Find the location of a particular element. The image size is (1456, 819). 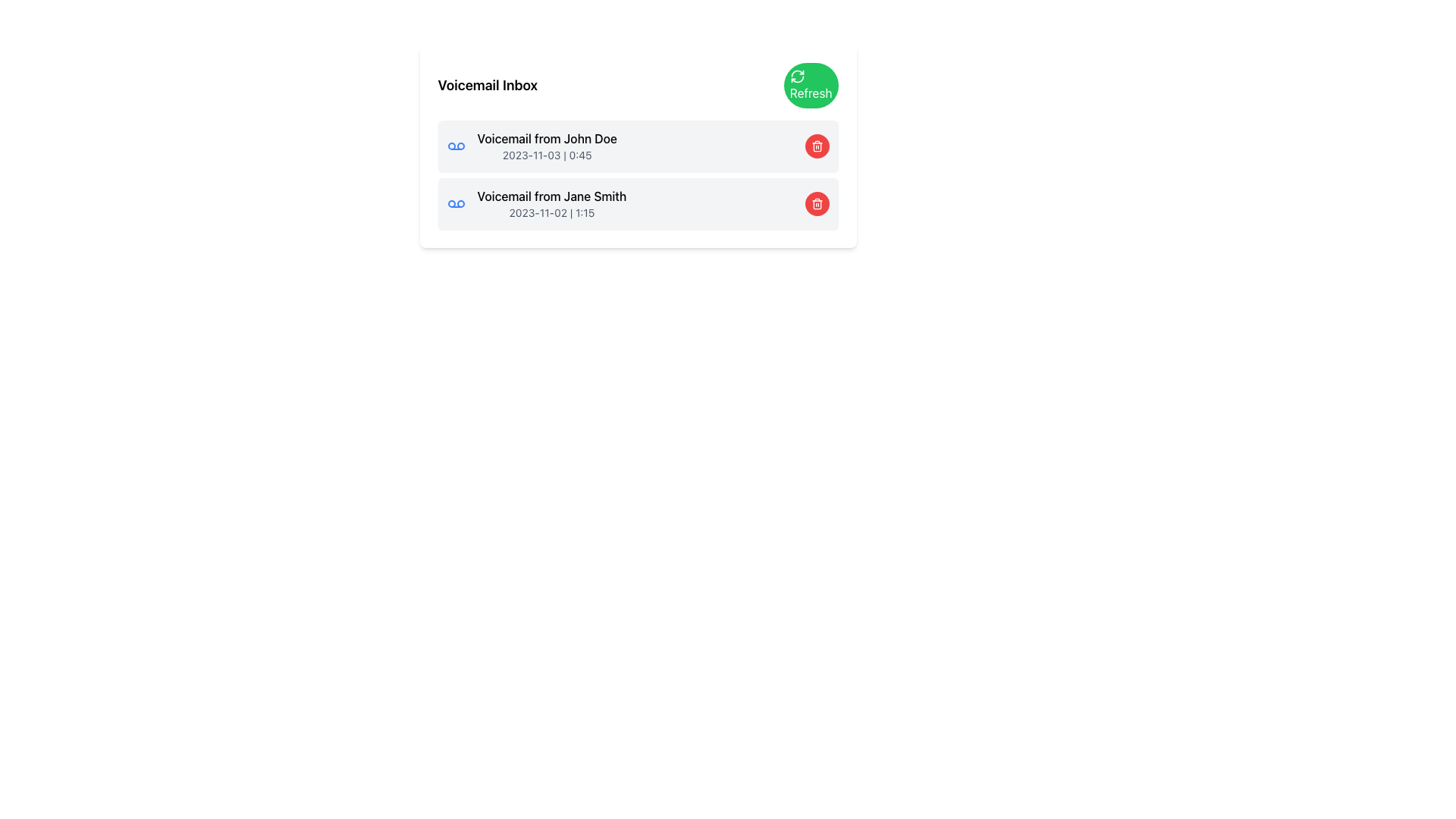

the voicemail entry displaying details about the sender and timestamp, located in the second row of the voicemail list, positioned between 'Voicemail from John Doe' and a blank section is located at coordinates (551, 203).